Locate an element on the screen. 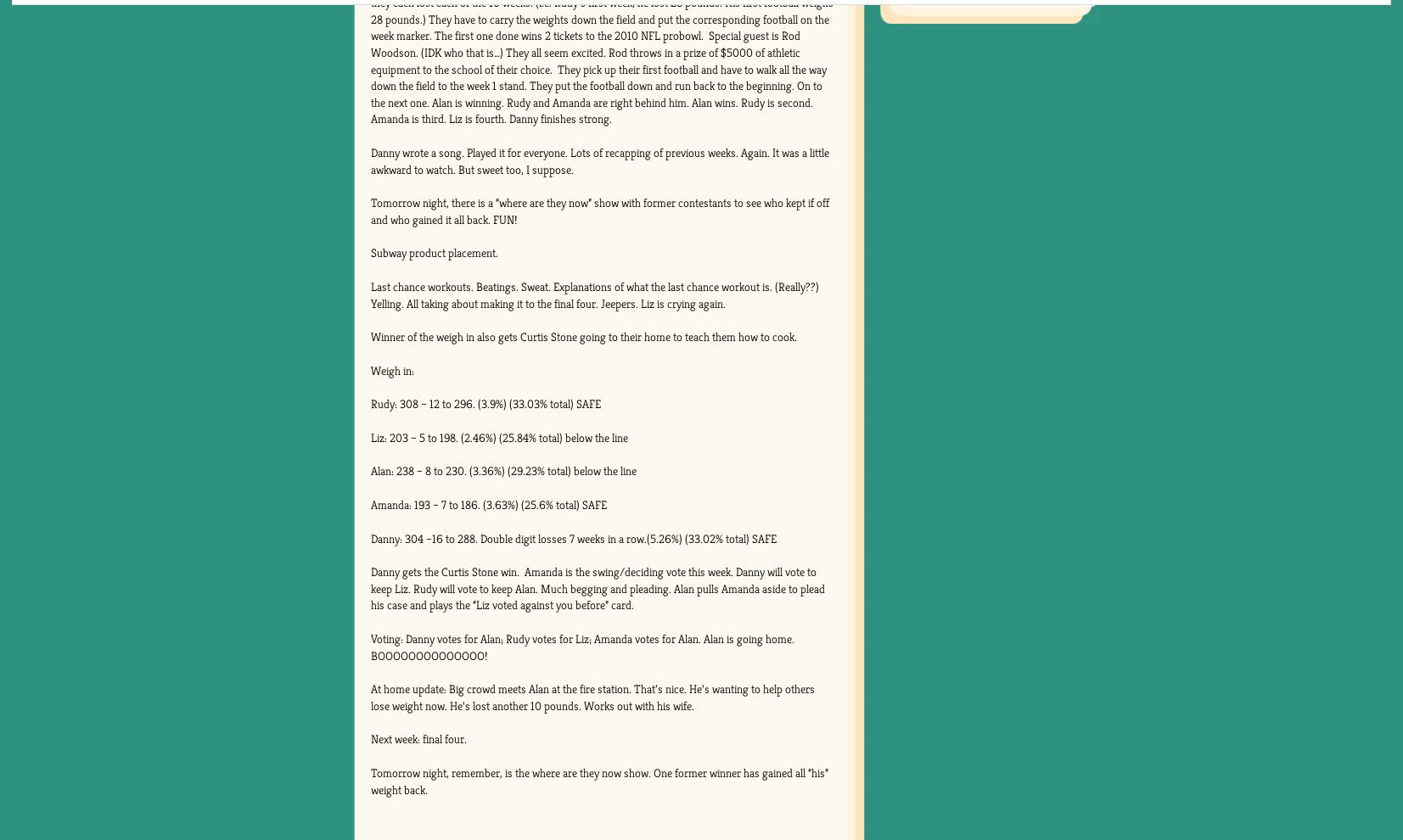 Image resolution: width=1403 pixels, height=840 pixels. 'Tomorrow night, remember, is the where are they now show. One former winner has gained all “his” weight back.' is located at coordinates (598, 780).